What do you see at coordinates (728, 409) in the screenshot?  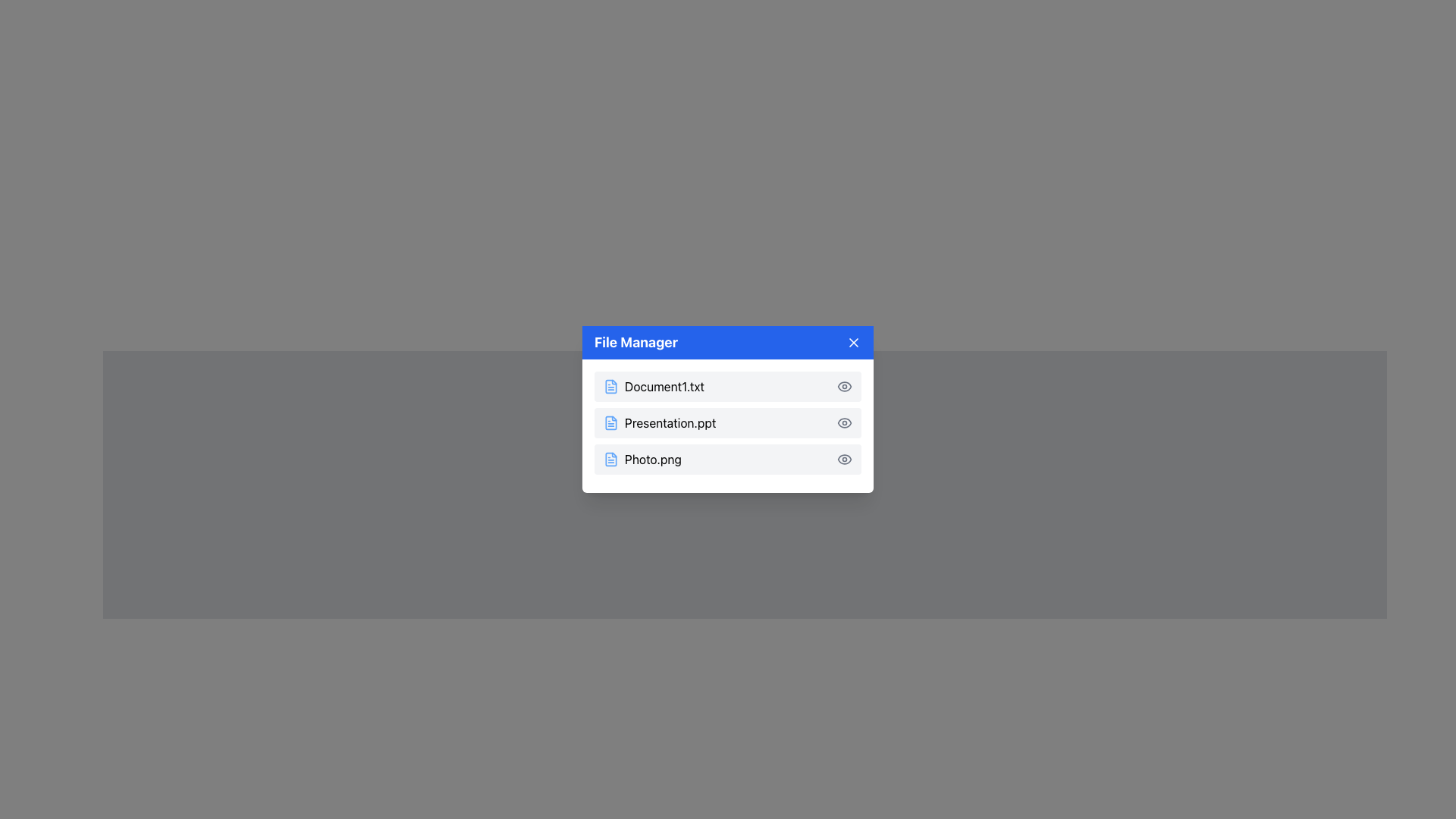 I see `the second row of the File Manager modal dialog, which displays 'Presentation.ppt'` at bounding box center [728, 409].